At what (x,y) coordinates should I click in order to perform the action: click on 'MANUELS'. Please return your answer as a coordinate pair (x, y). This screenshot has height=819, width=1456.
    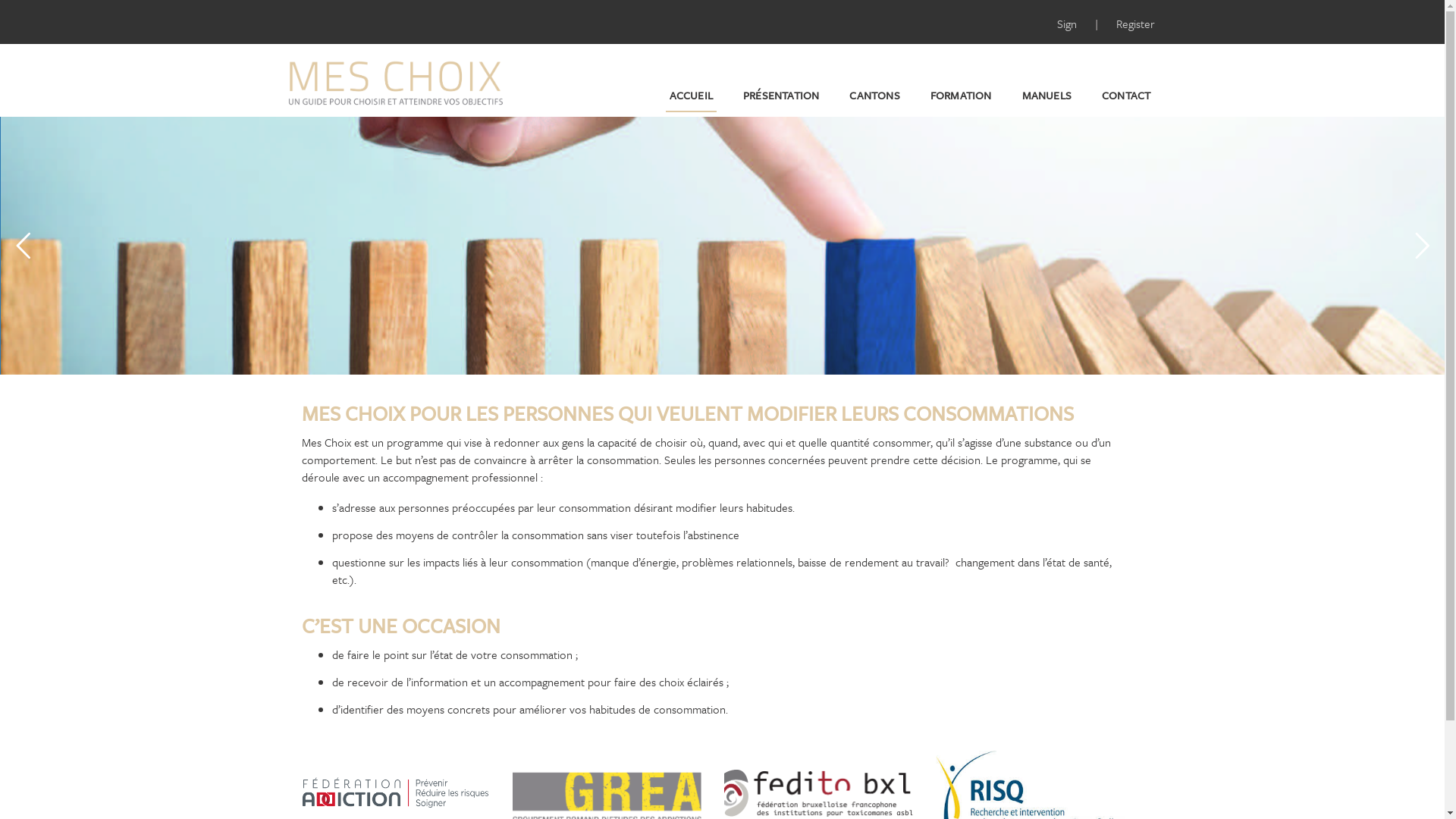
    Looking at the image, I should click on (1018, 96).